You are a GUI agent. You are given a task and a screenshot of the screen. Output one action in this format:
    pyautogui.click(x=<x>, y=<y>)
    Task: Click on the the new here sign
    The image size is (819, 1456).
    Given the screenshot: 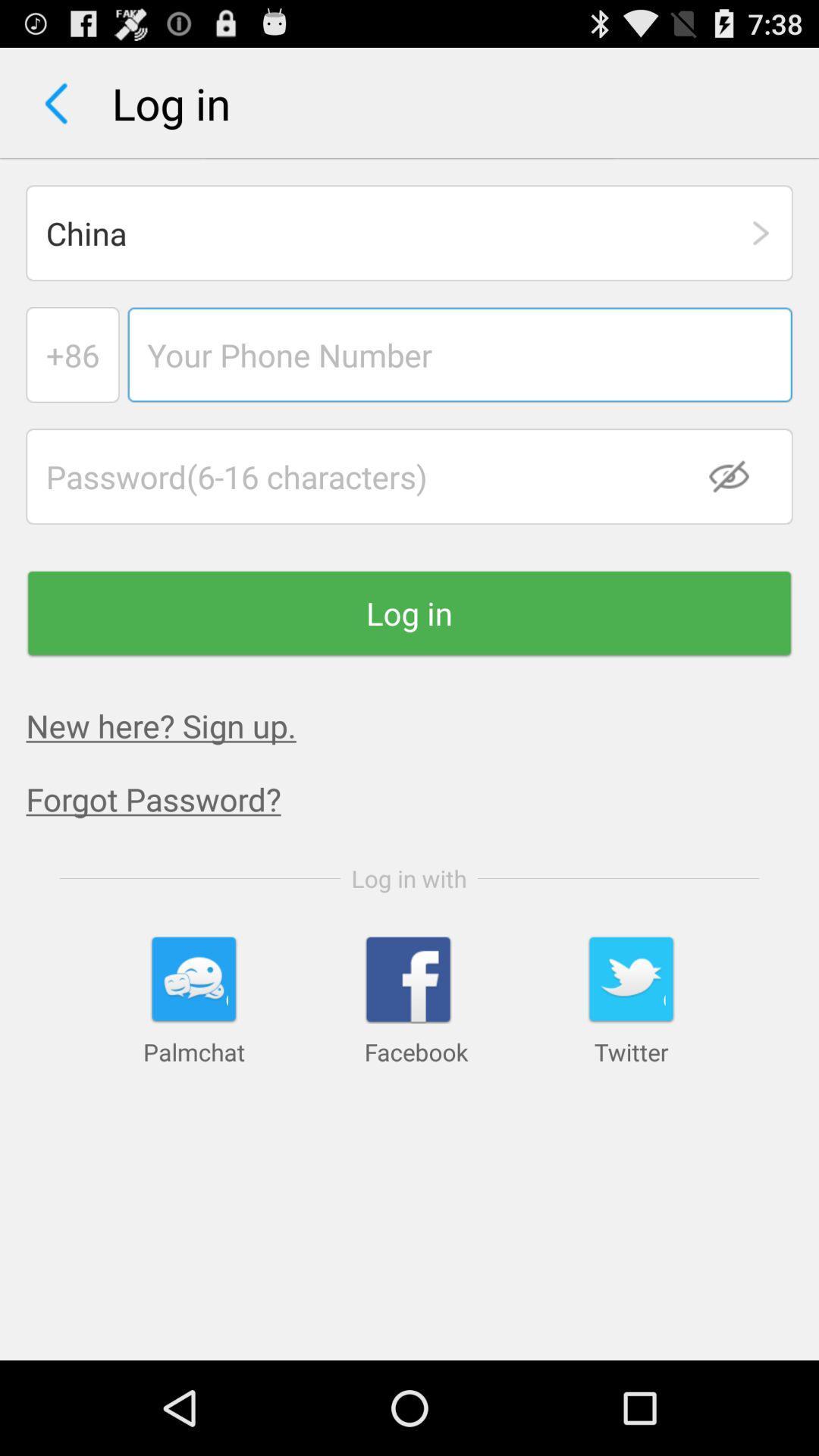 What is the action you would take?
    pyautogui.click(x=161, y=724)
    